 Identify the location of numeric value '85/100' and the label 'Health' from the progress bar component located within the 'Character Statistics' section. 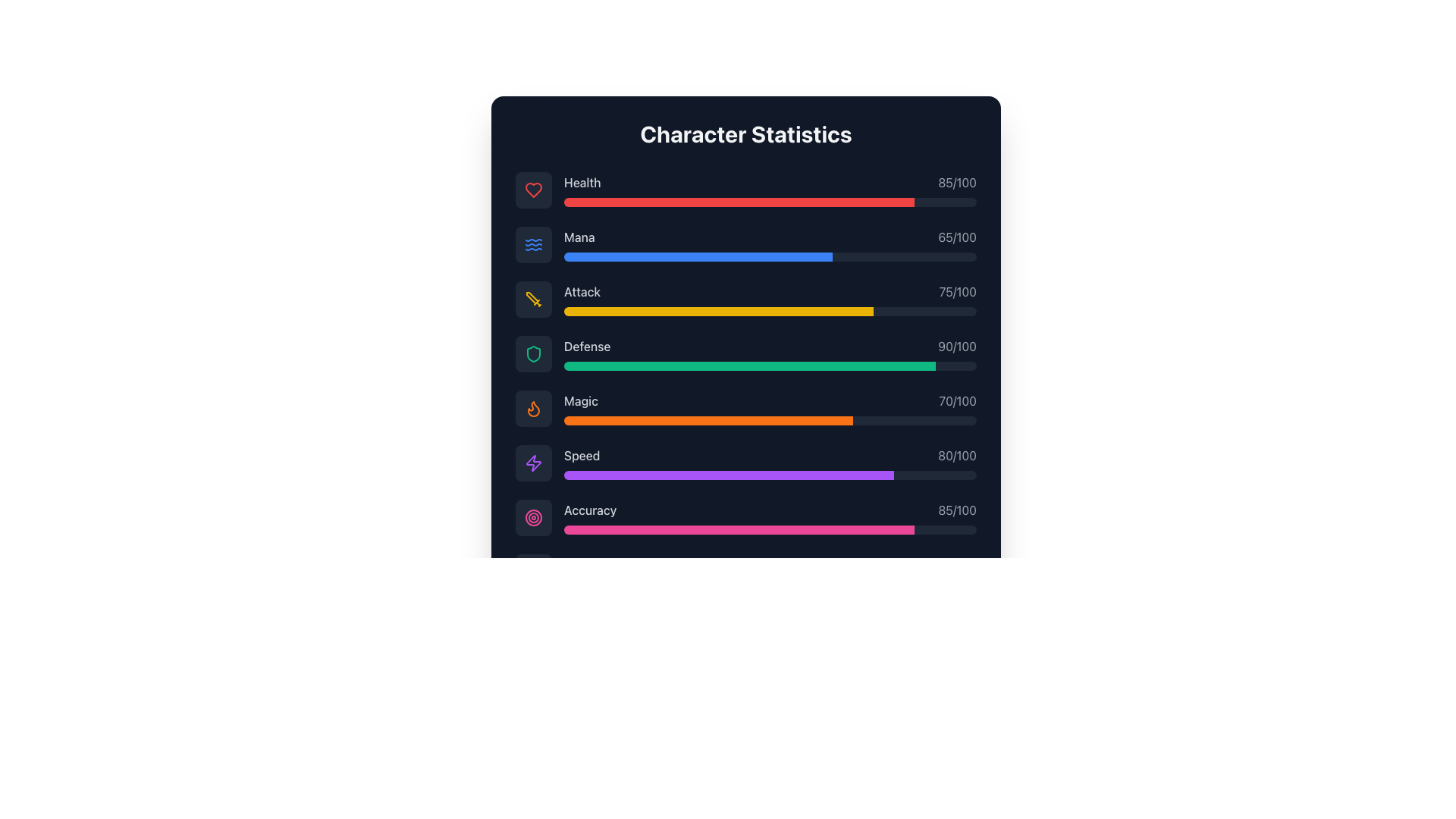
(745, 189).